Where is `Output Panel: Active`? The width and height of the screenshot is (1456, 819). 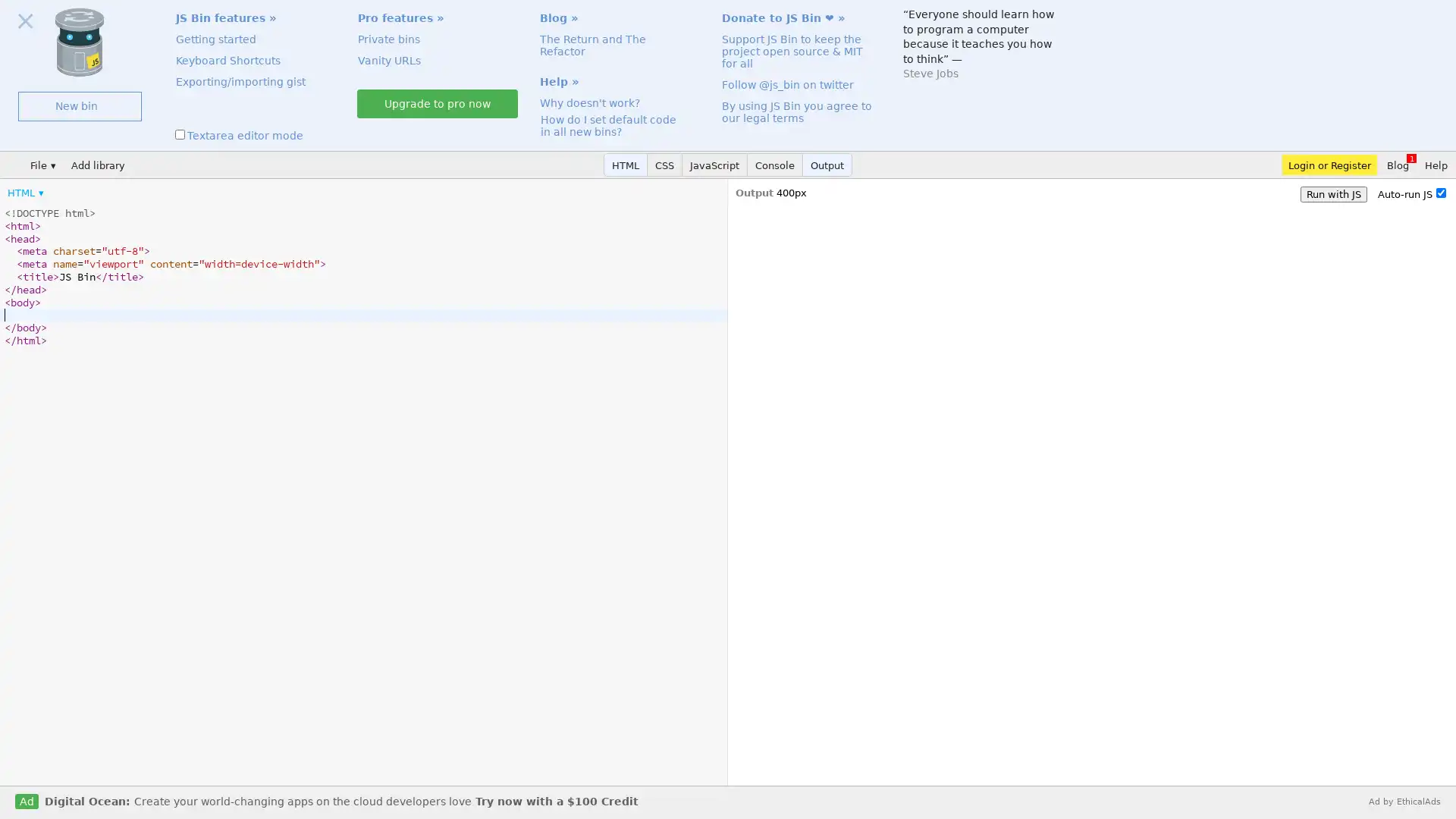 Output Panel: Active is located at coordinates (827, 165).